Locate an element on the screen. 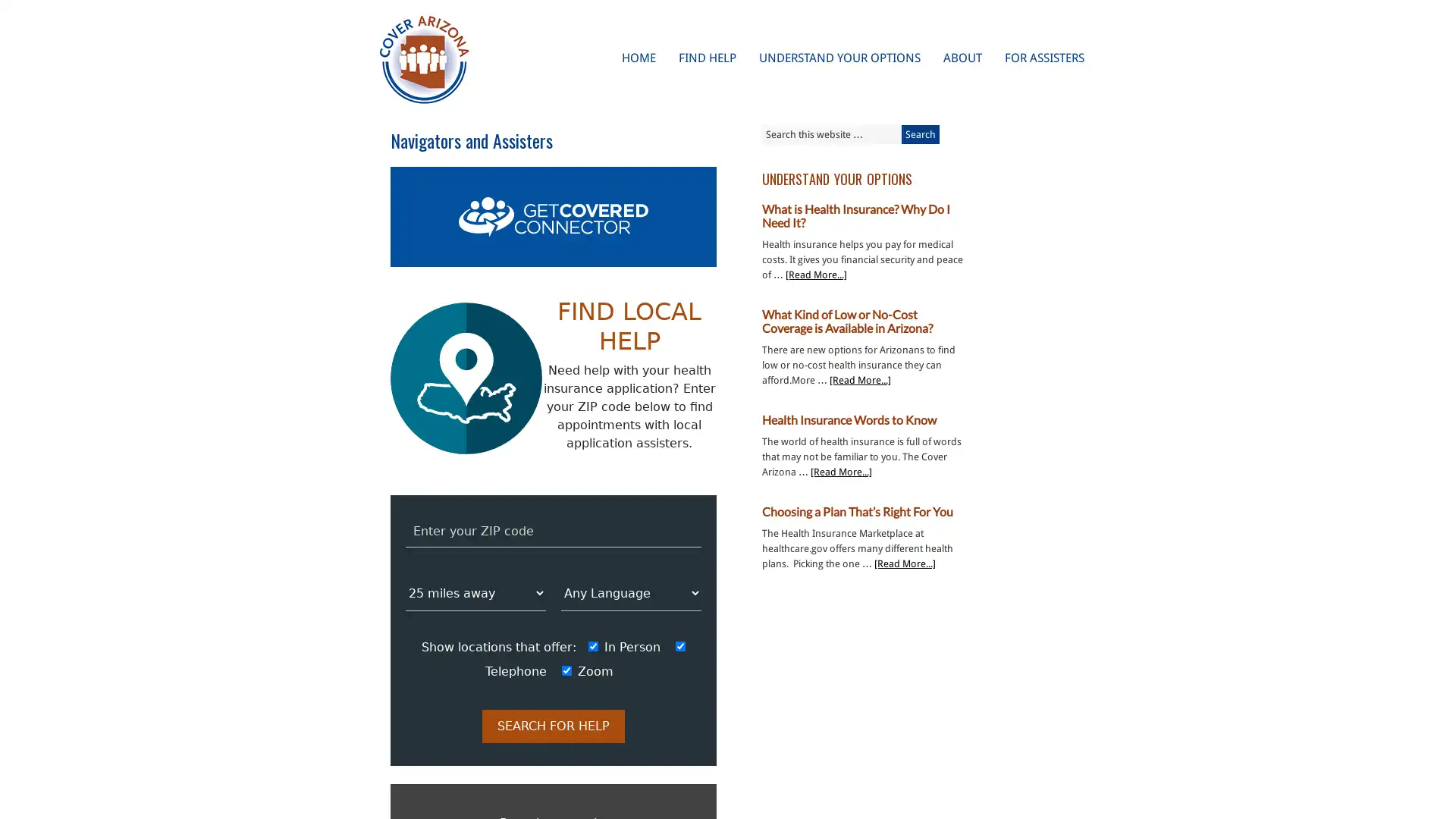 The width and height of the screenshot is (1456, 819). Search is located at coordinates (920, 133).